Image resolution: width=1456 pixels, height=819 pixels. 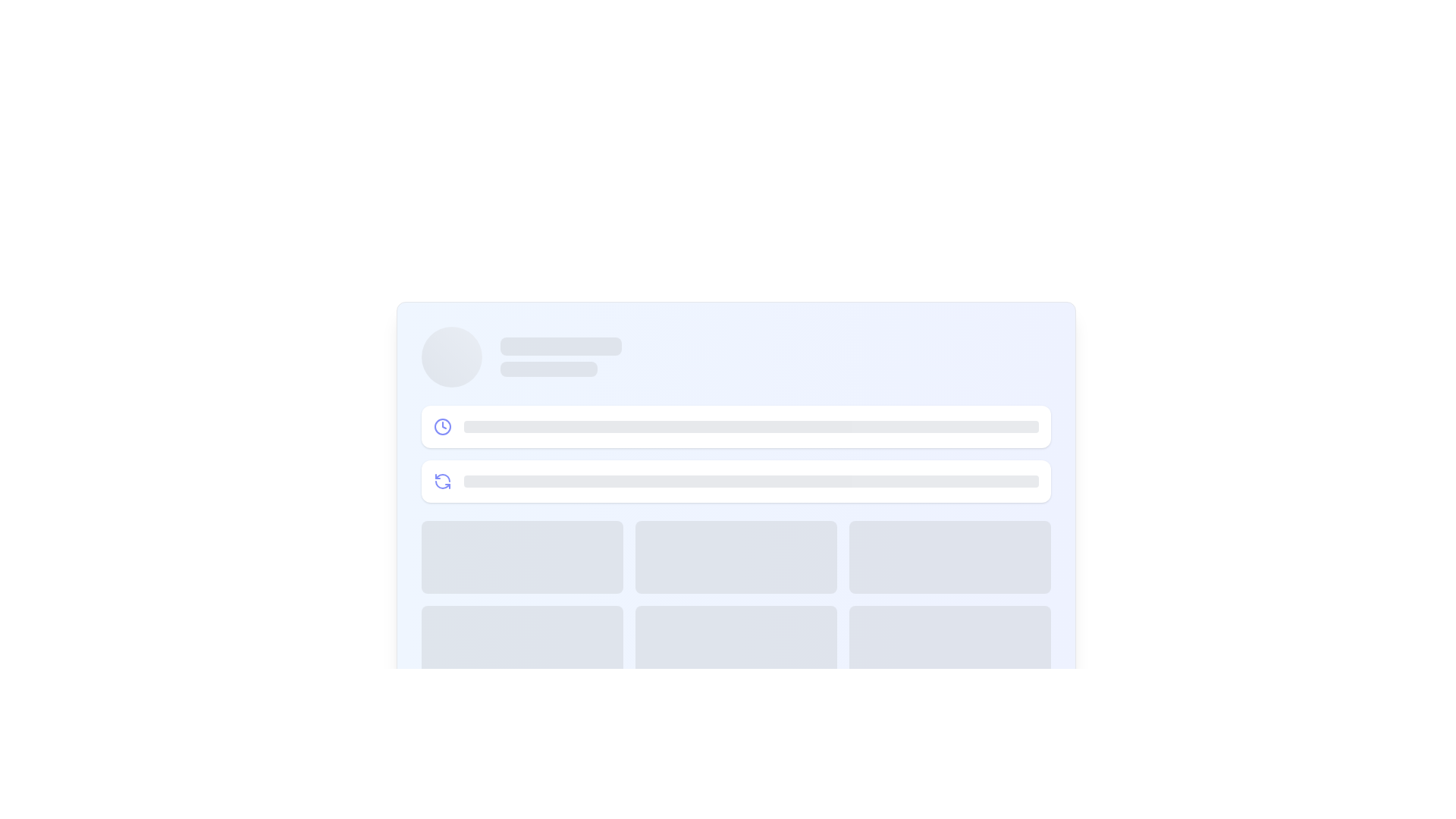 What do you see at coordinates (522, 557) in the screenshot?
I see `the Placeholder block located in the first row and first column of the grid layout, which is the top-left position of the grid` at bounding box center [522, 557].